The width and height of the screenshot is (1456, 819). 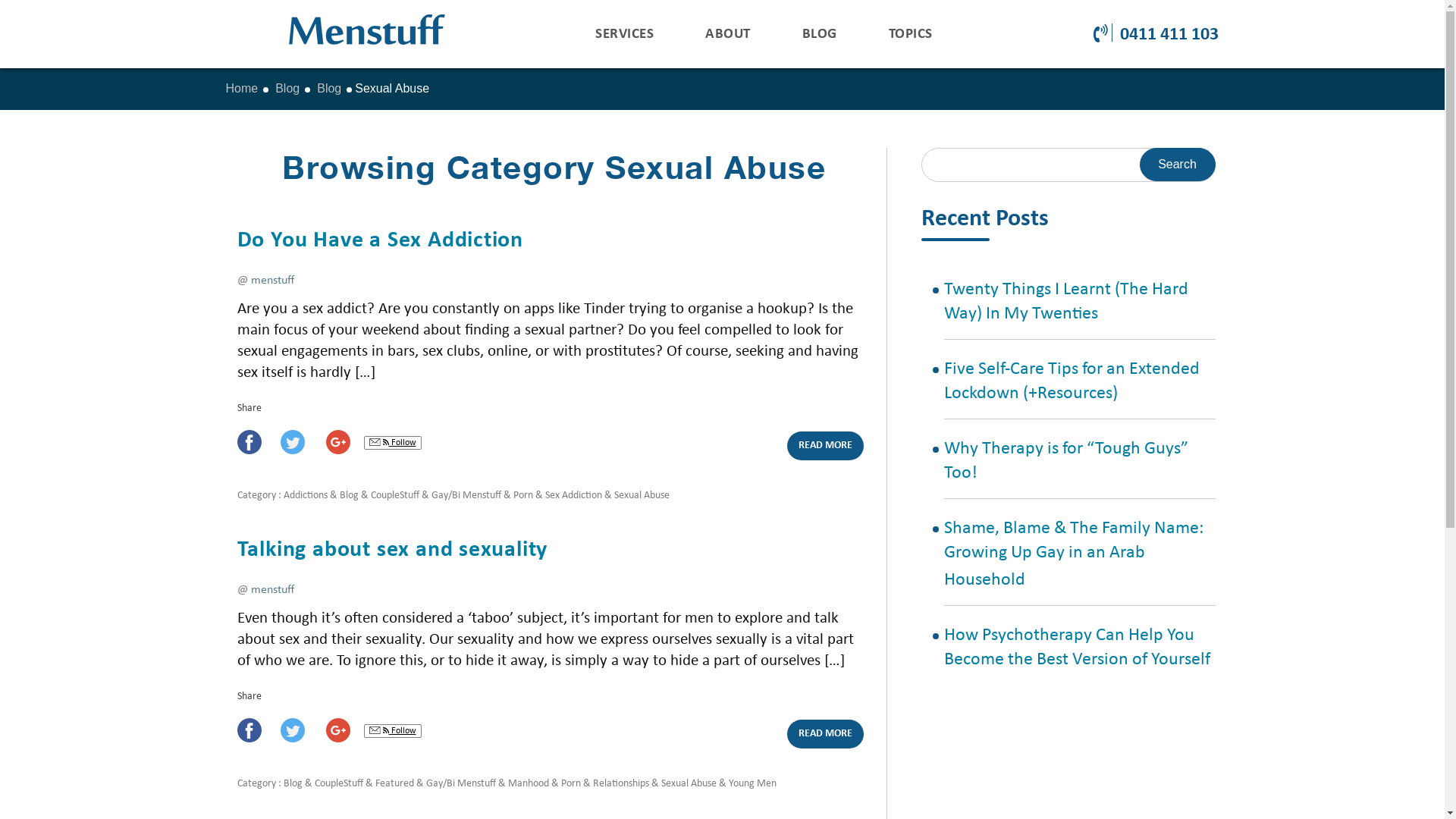 What do you see at coordinates (1155, 34) in the screenshot?
I see `'0411 411 103'` at bounding box center [1155, 34].